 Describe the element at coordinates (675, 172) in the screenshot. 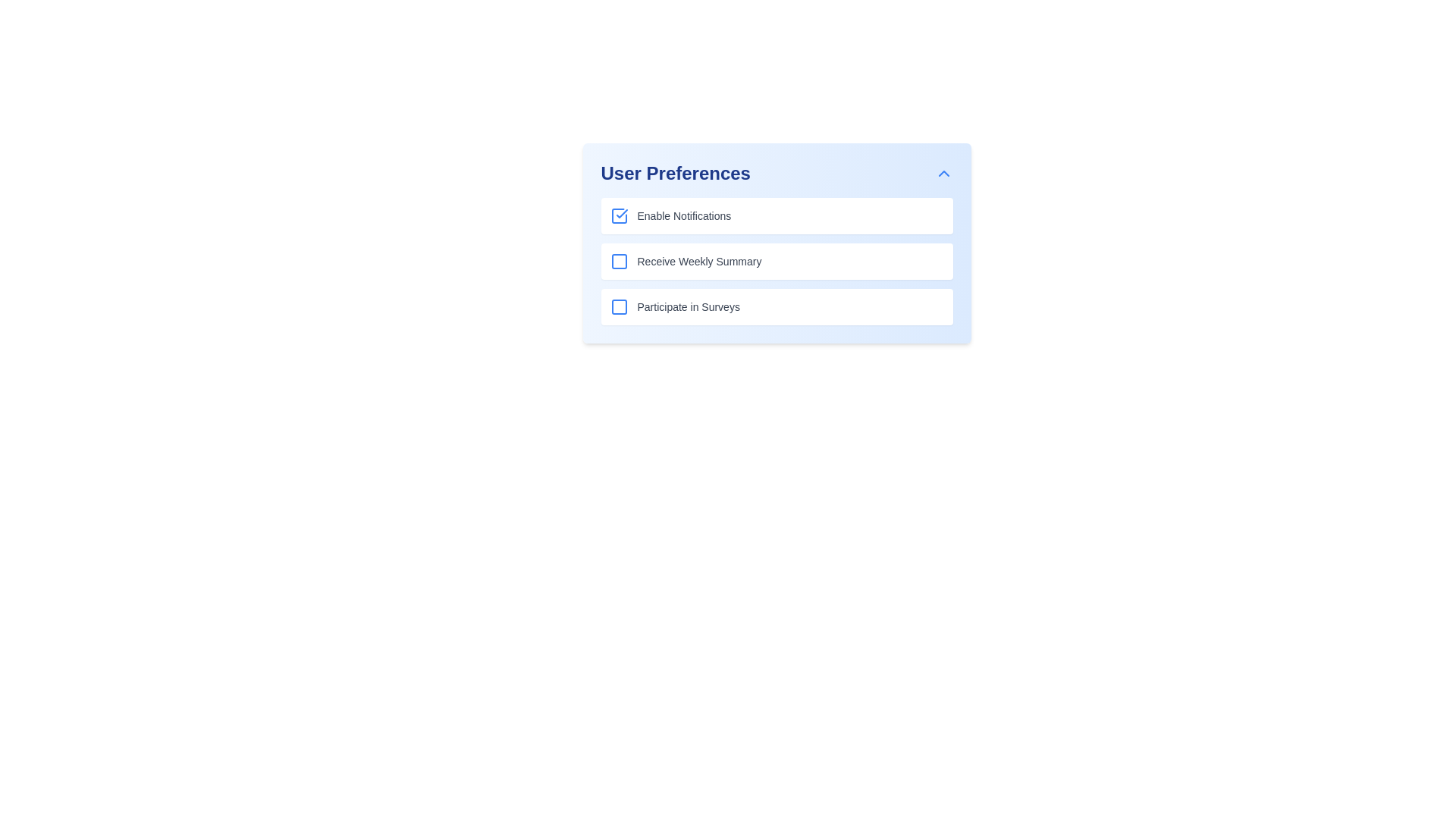

I see `the Text Display element that serves as a title for the user preferences section` at that location.